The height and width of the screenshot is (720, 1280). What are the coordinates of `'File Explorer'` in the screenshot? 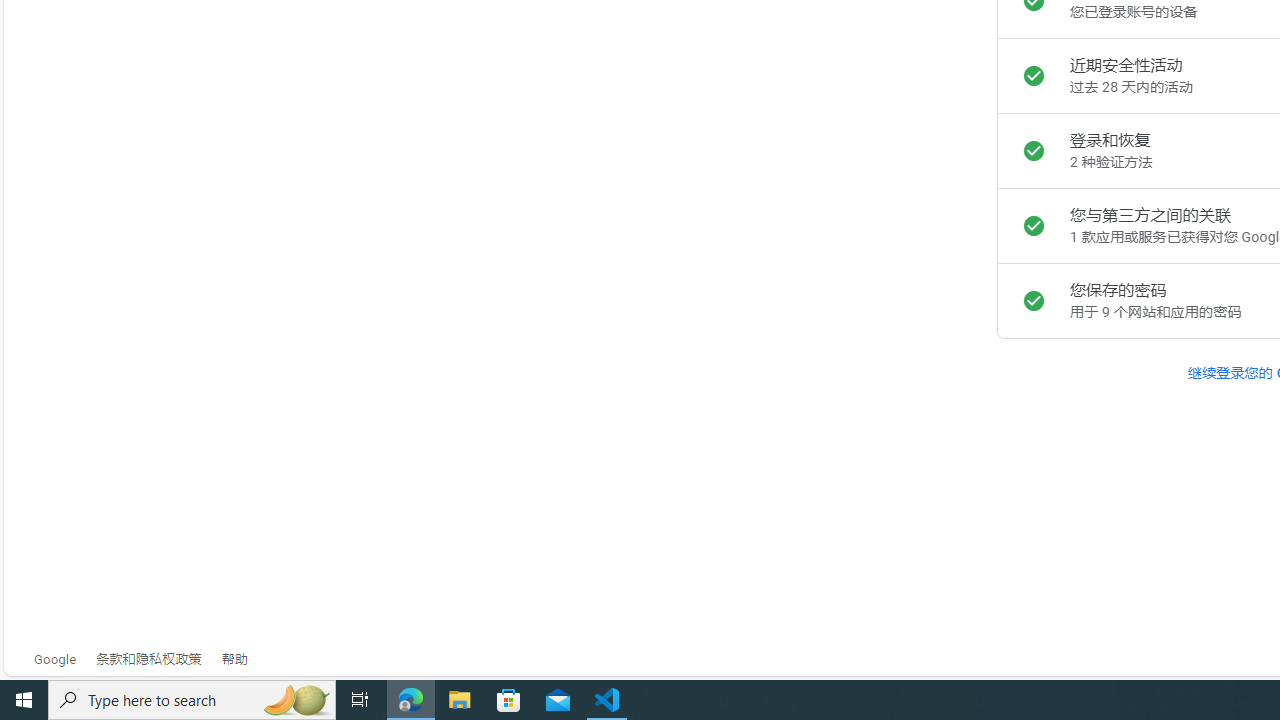 It's located at (459, 698).